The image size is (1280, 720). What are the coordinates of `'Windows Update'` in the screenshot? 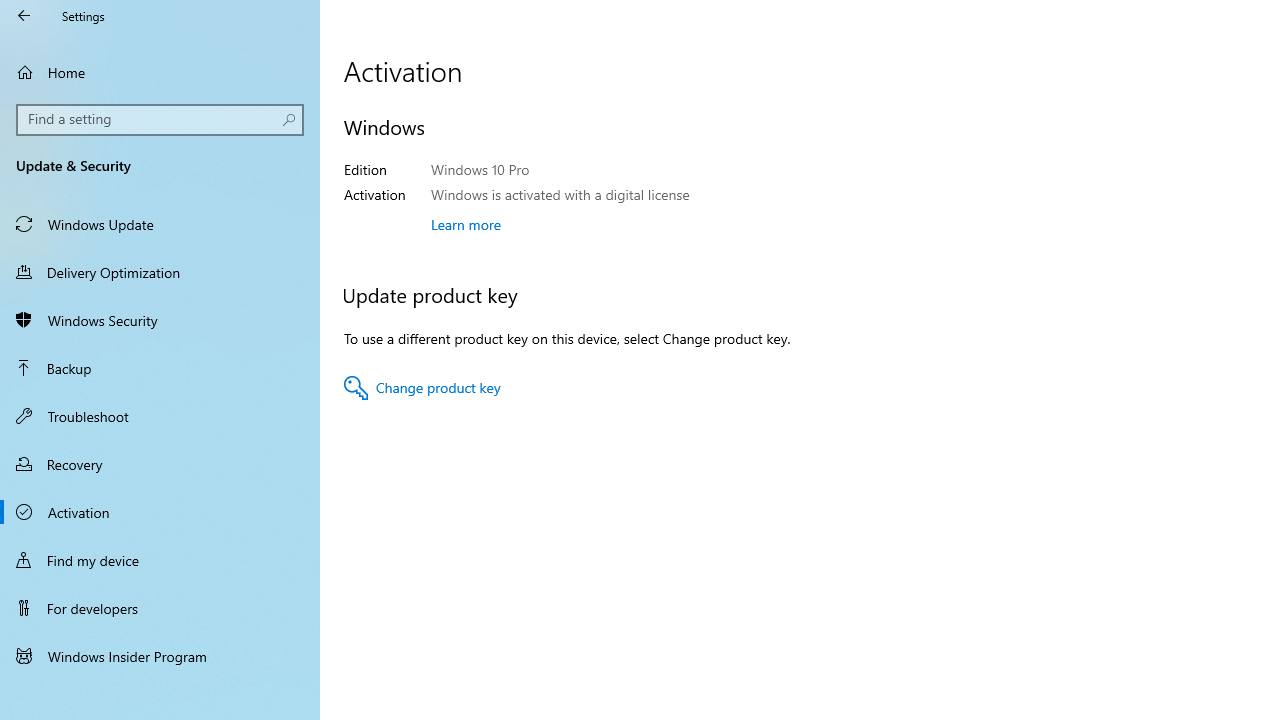 It's located at (160, 223).